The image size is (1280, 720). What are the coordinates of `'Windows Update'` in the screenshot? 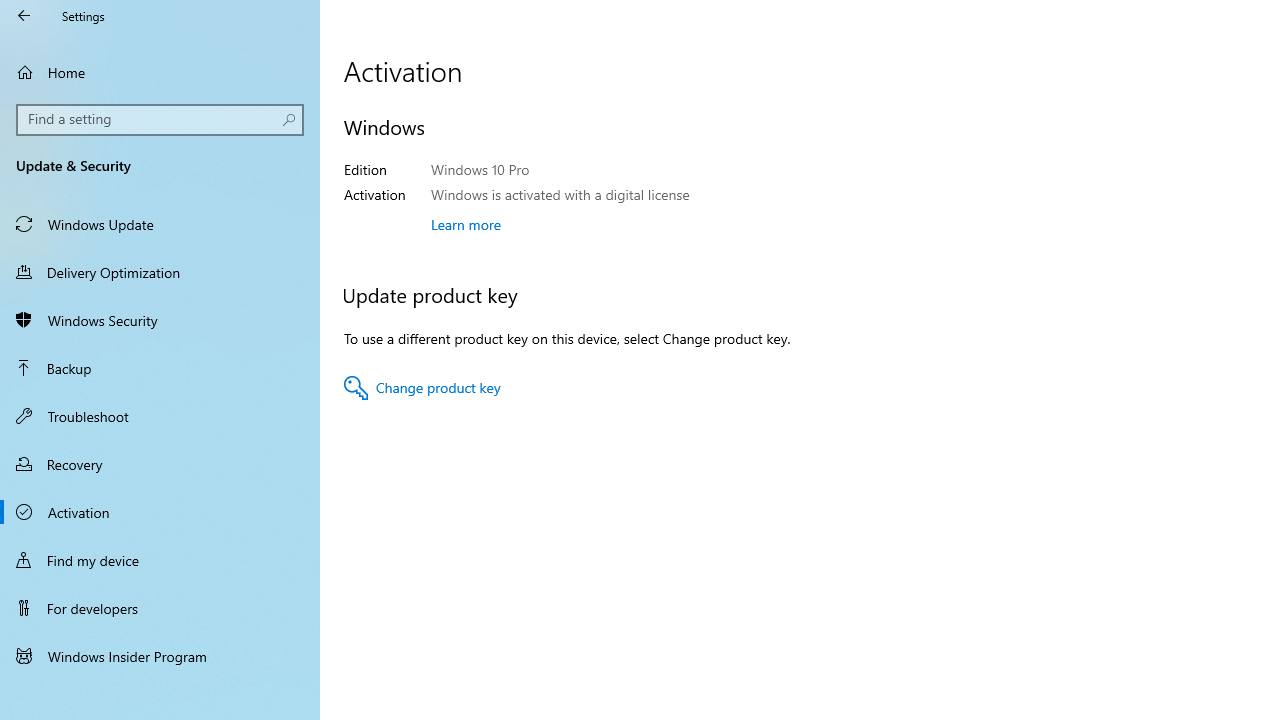 It's located at (160, 223).